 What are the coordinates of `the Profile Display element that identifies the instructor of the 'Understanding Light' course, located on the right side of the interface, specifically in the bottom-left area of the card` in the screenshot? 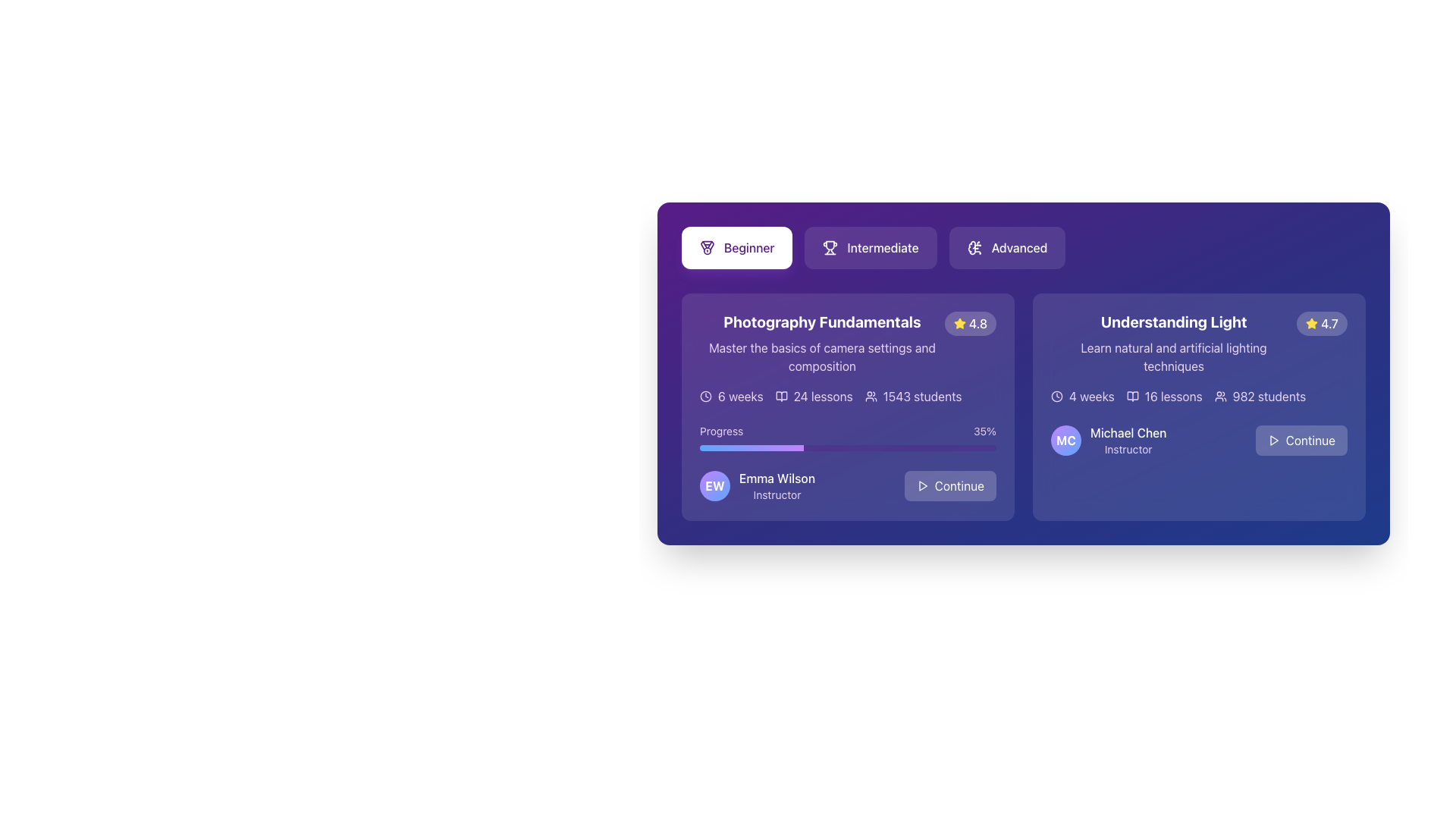 It's located at (1109, 441).